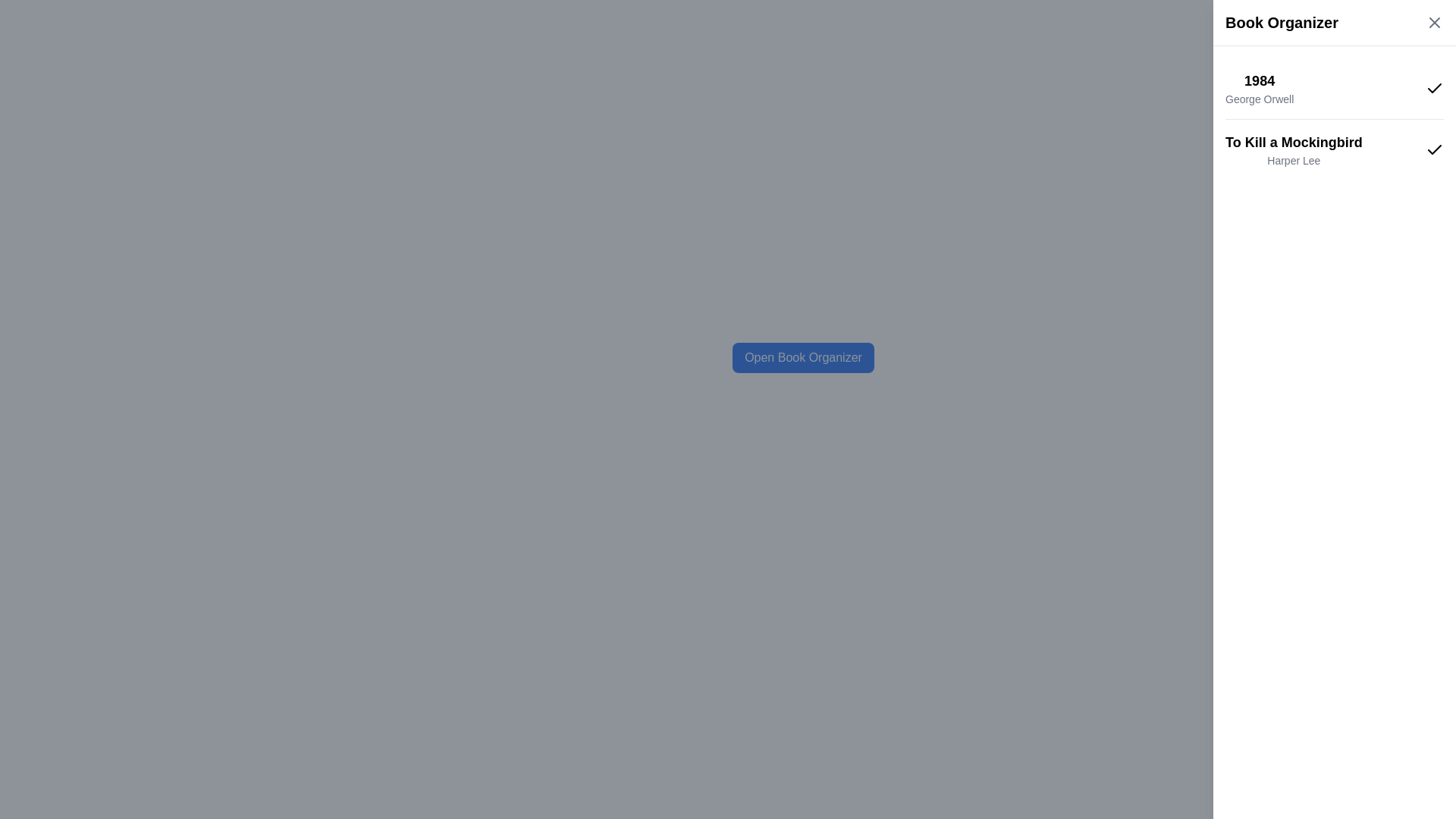 The image size is (1456, 819). I want to click on the bold, large-sized text element reading 'Book Organizer' located in the title header area of the sidebar, so click(1281, 23).